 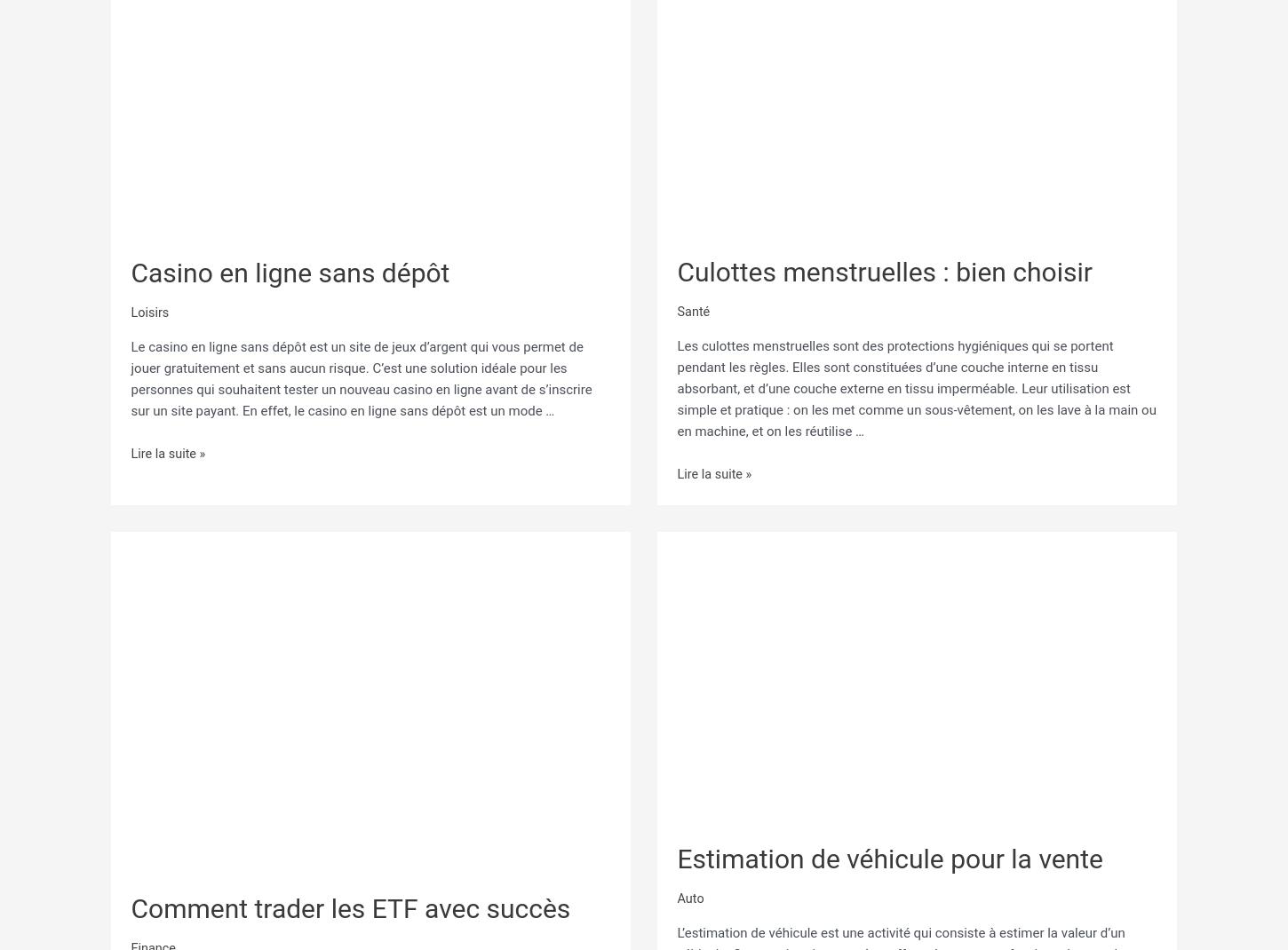 I want to click on 'Le casino en ligne sans dépôt est un site de jeux d’argent qui vous permet de jouer gratuitement et sans aucun risque. C’est une solution idéale pour les personnes qui souhaitent tester un nouveau casino en ligne avant de s’inscrire sur un site payant. En effet, le casino en ligne sans dépôt est un mode …', so click(x=130, y=373).